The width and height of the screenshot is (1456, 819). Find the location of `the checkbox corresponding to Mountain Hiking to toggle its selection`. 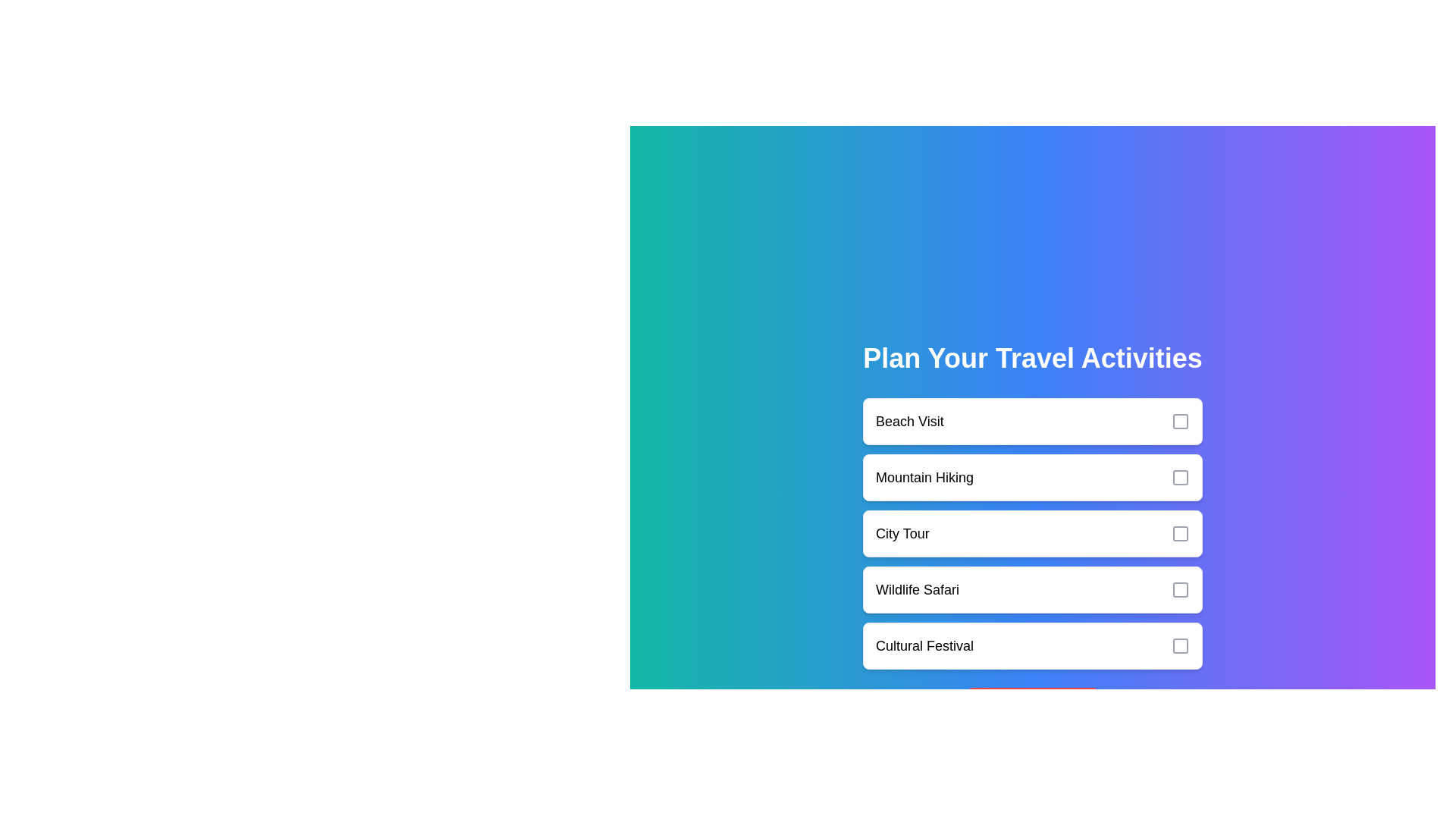

the checkbox corresponding to Mountain Hiking to toggle its selection is located at coordinates (1179, 476).